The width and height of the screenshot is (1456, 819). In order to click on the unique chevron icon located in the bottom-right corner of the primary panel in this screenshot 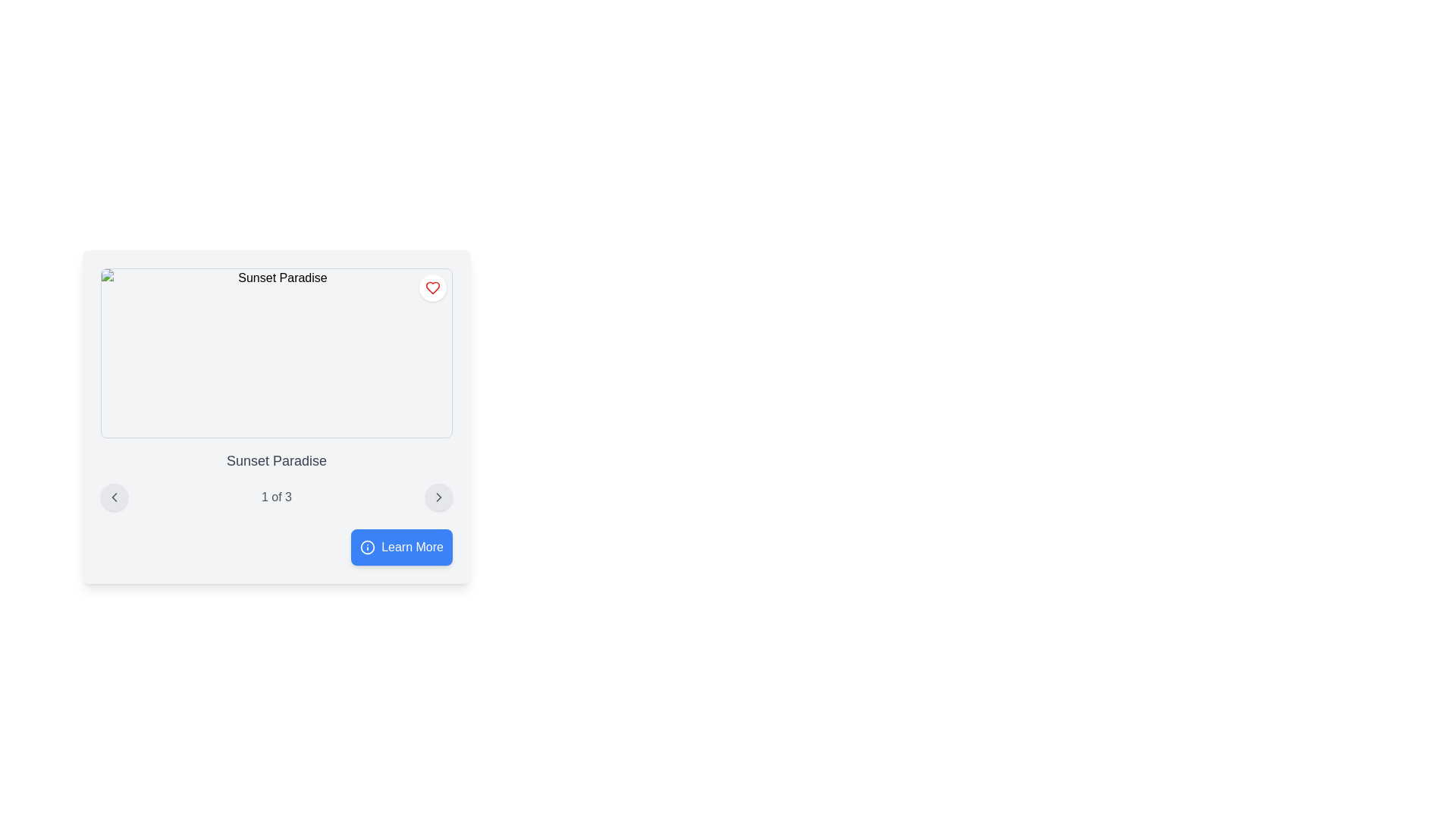, I will do `click(438, 497)`.